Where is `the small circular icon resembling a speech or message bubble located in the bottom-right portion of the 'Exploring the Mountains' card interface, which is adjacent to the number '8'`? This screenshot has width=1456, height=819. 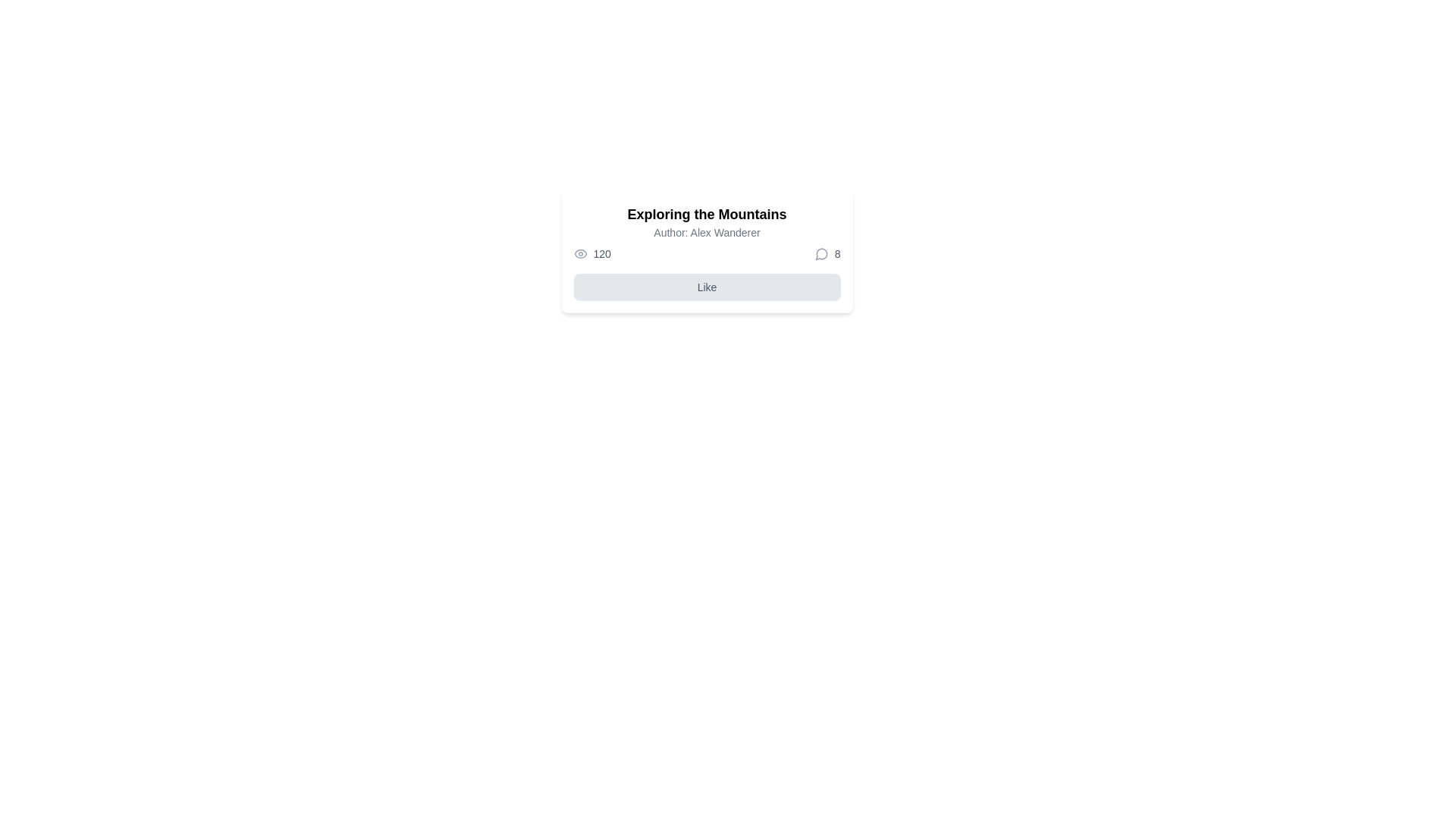 the small circular icon resembling a speech or message bubble located in the bottom-right portion of the 'Exploring the Mountains' card interface, which is adjacent to the number '8' is located at coordinates (821, 253).